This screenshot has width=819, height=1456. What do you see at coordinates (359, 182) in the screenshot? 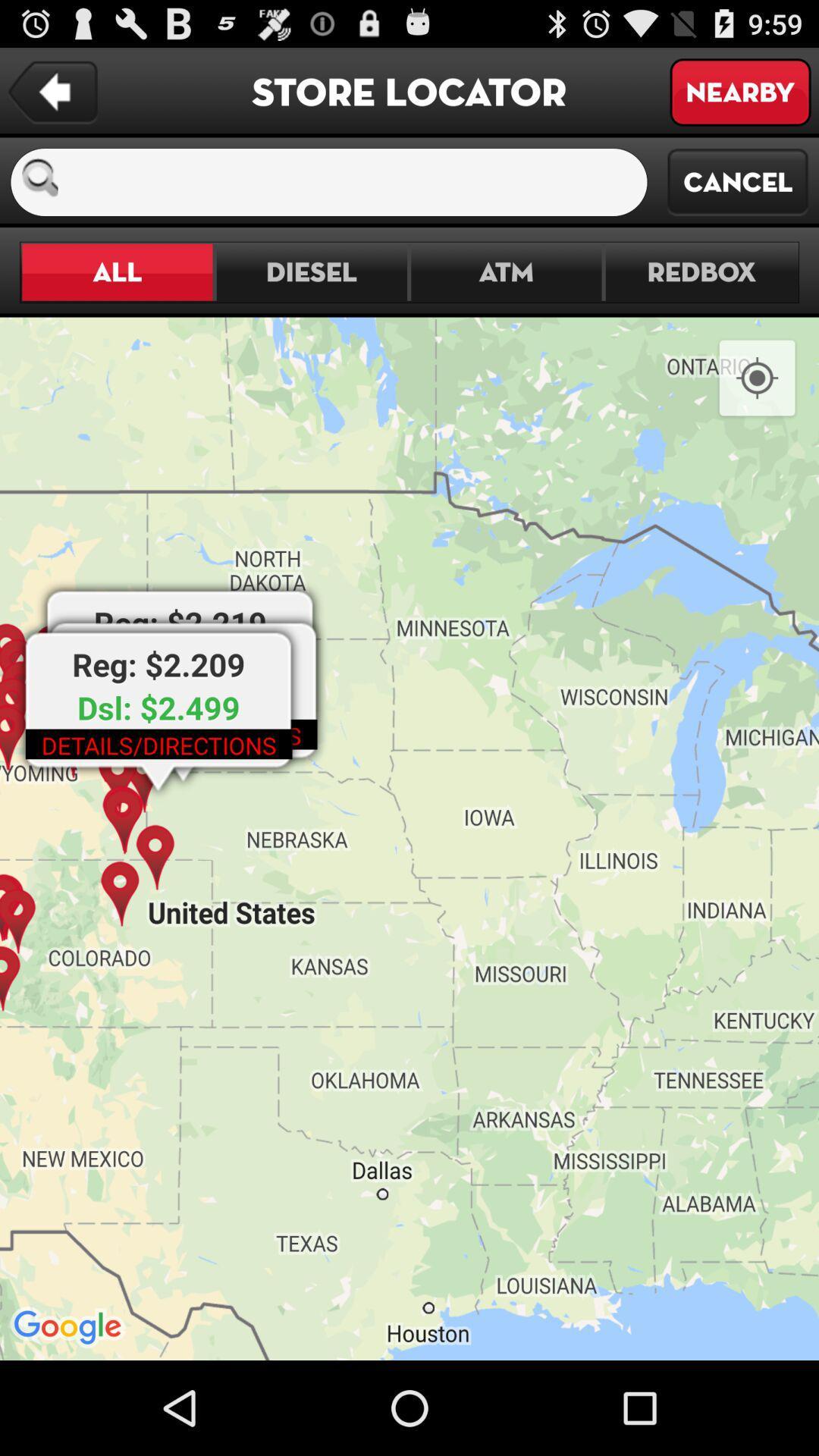
I see `search location` at bounding box center [359, 182].